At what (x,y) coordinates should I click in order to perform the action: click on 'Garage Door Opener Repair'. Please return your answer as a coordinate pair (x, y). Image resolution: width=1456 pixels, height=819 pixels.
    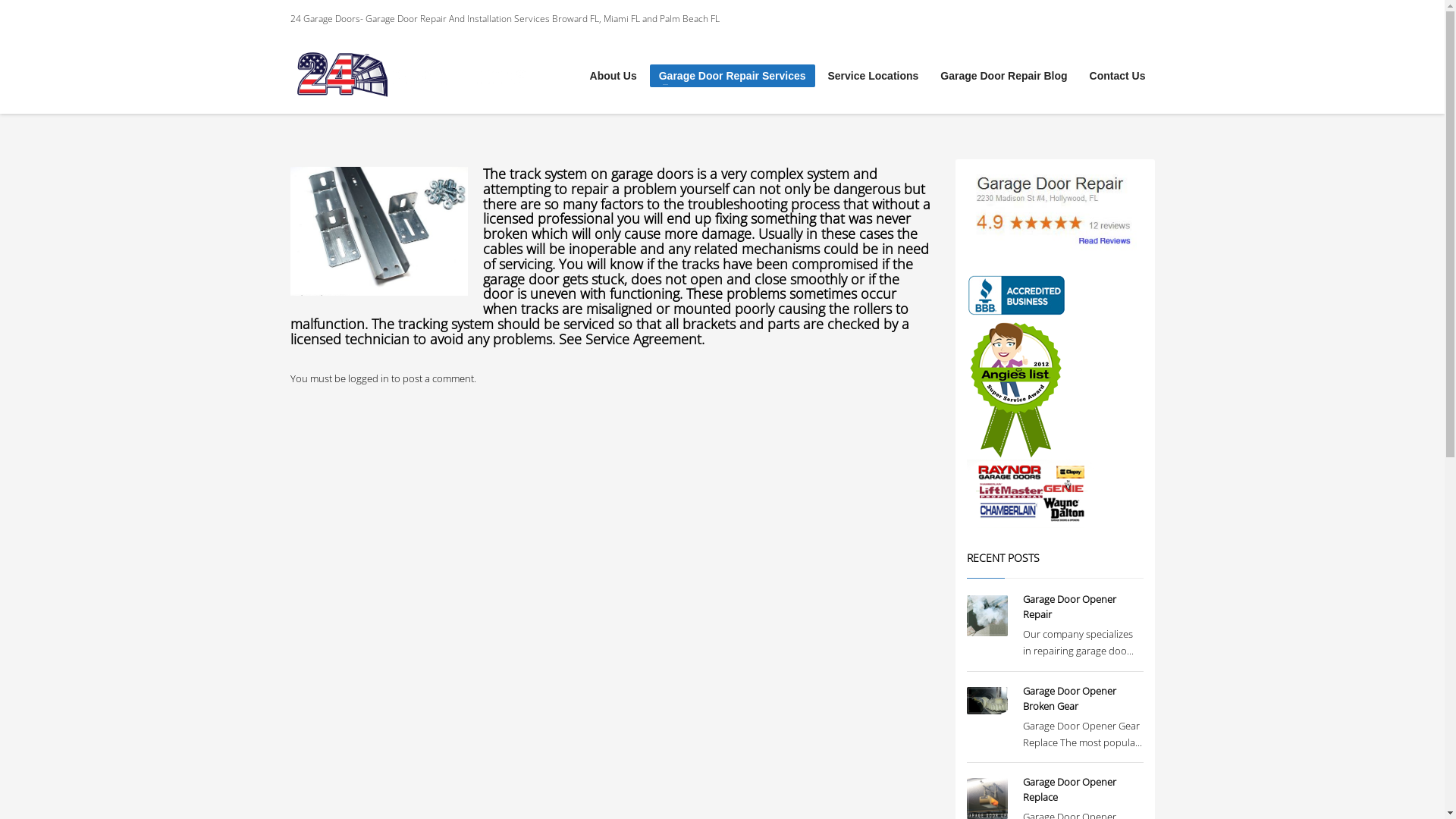
    Looking at the image, I should click on (1068, 605).